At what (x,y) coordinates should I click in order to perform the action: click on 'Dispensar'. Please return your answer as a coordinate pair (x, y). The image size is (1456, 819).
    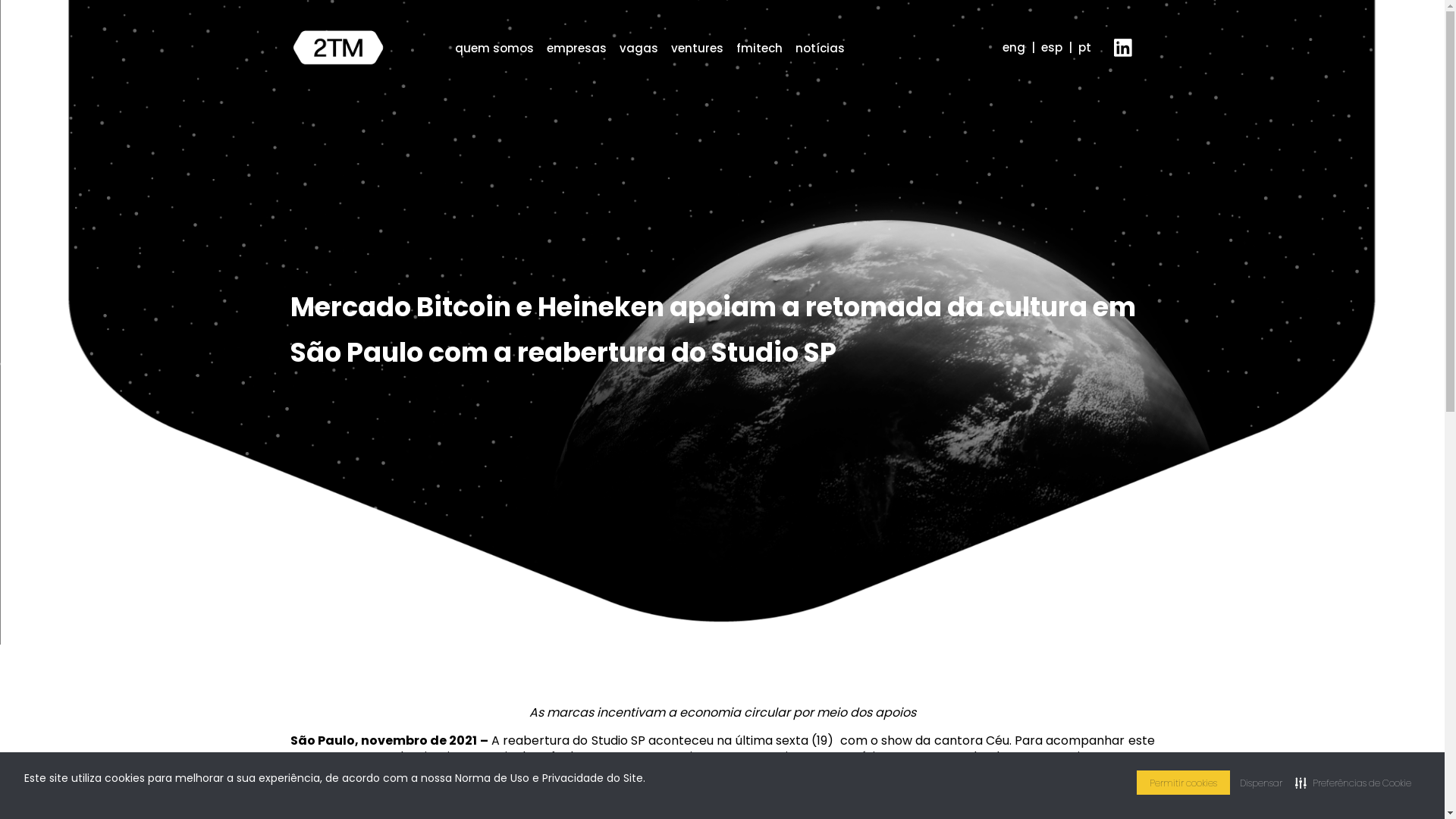
    Looking at the image, I should click on (1260, 783).